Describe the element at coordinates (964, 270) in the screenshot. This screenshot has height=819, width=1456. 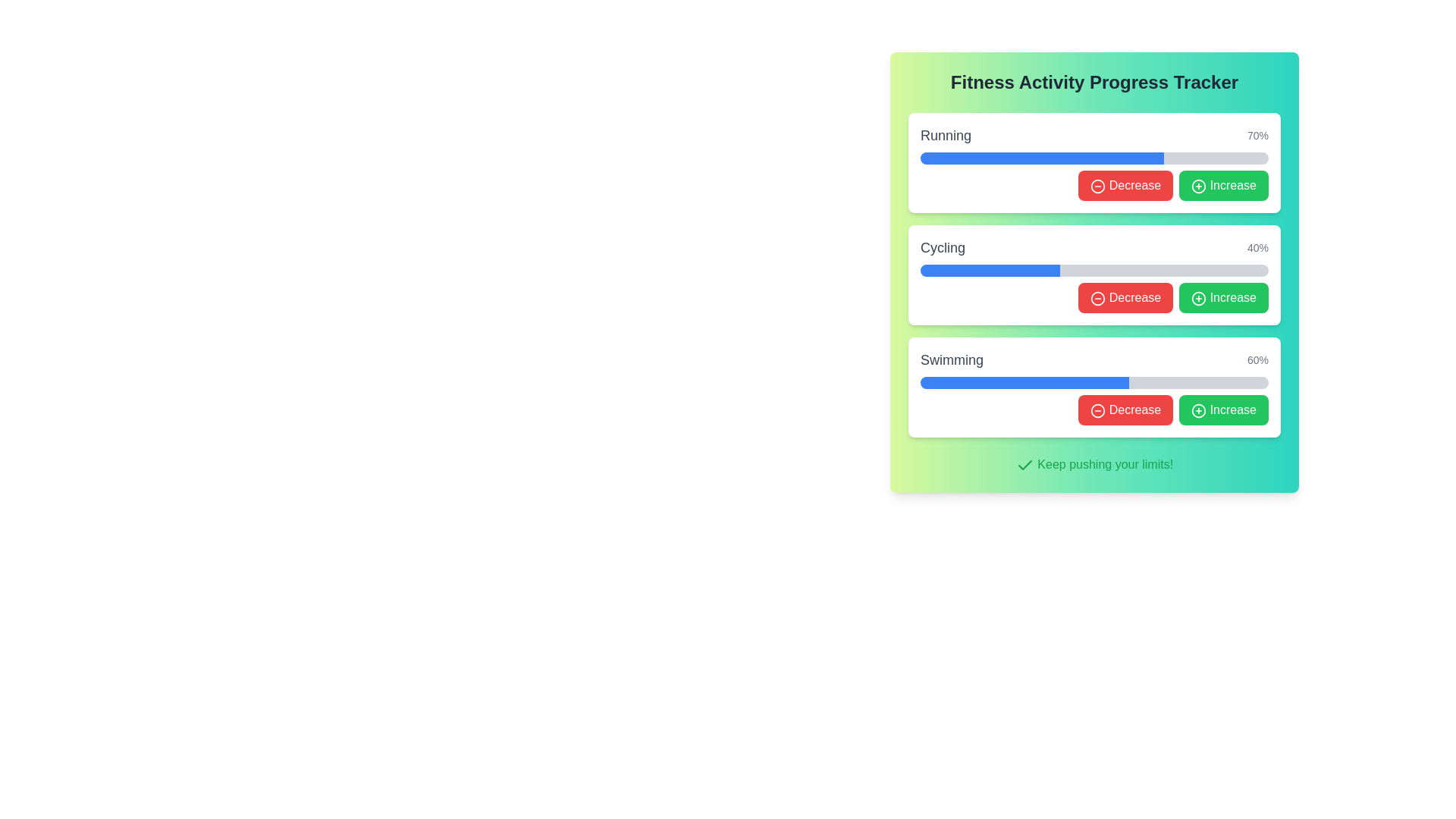
I see `the progress for cycling activity` at that location.